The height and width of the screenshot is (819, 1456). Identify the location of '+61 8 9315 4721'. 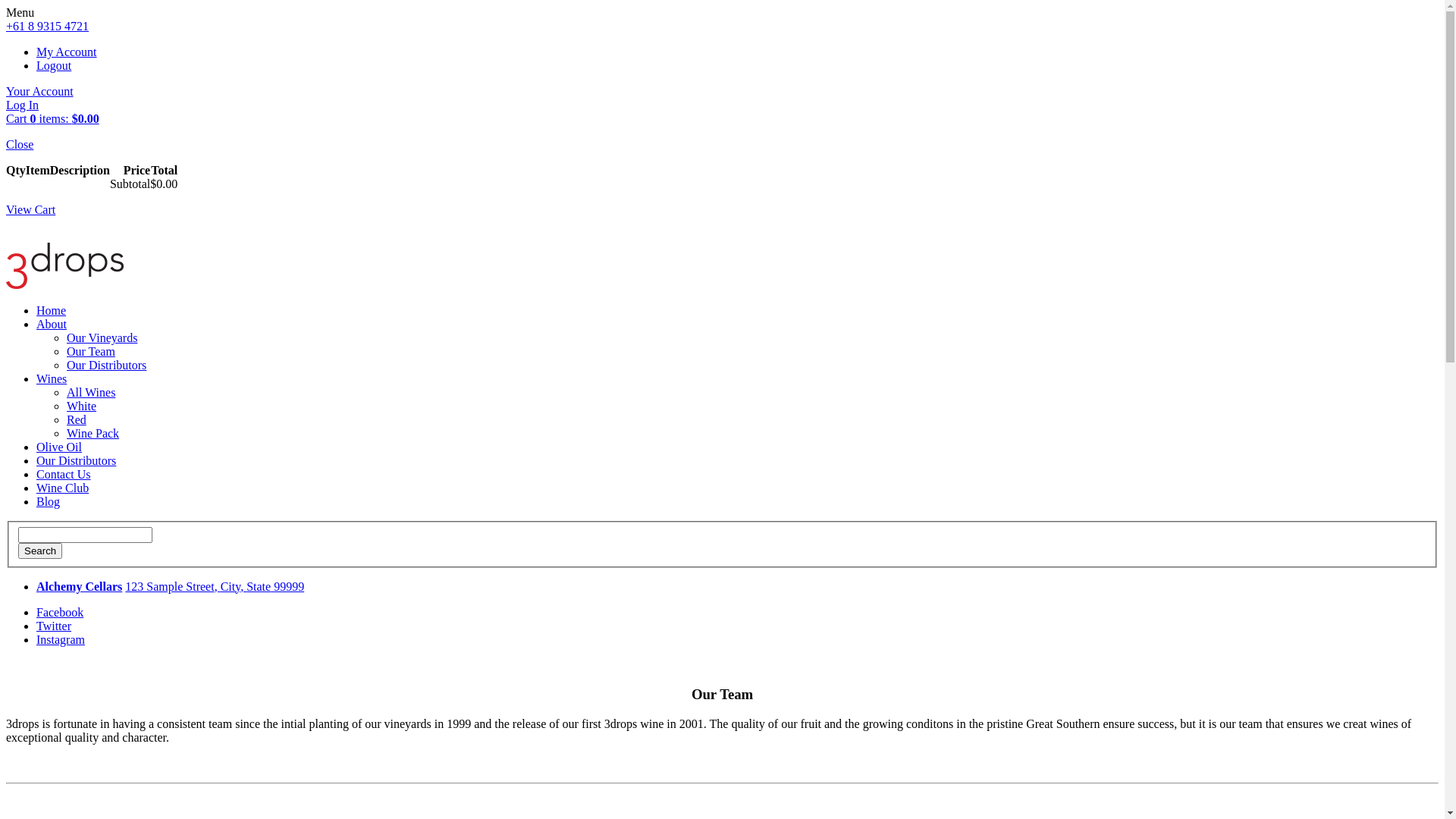
(47, 26).